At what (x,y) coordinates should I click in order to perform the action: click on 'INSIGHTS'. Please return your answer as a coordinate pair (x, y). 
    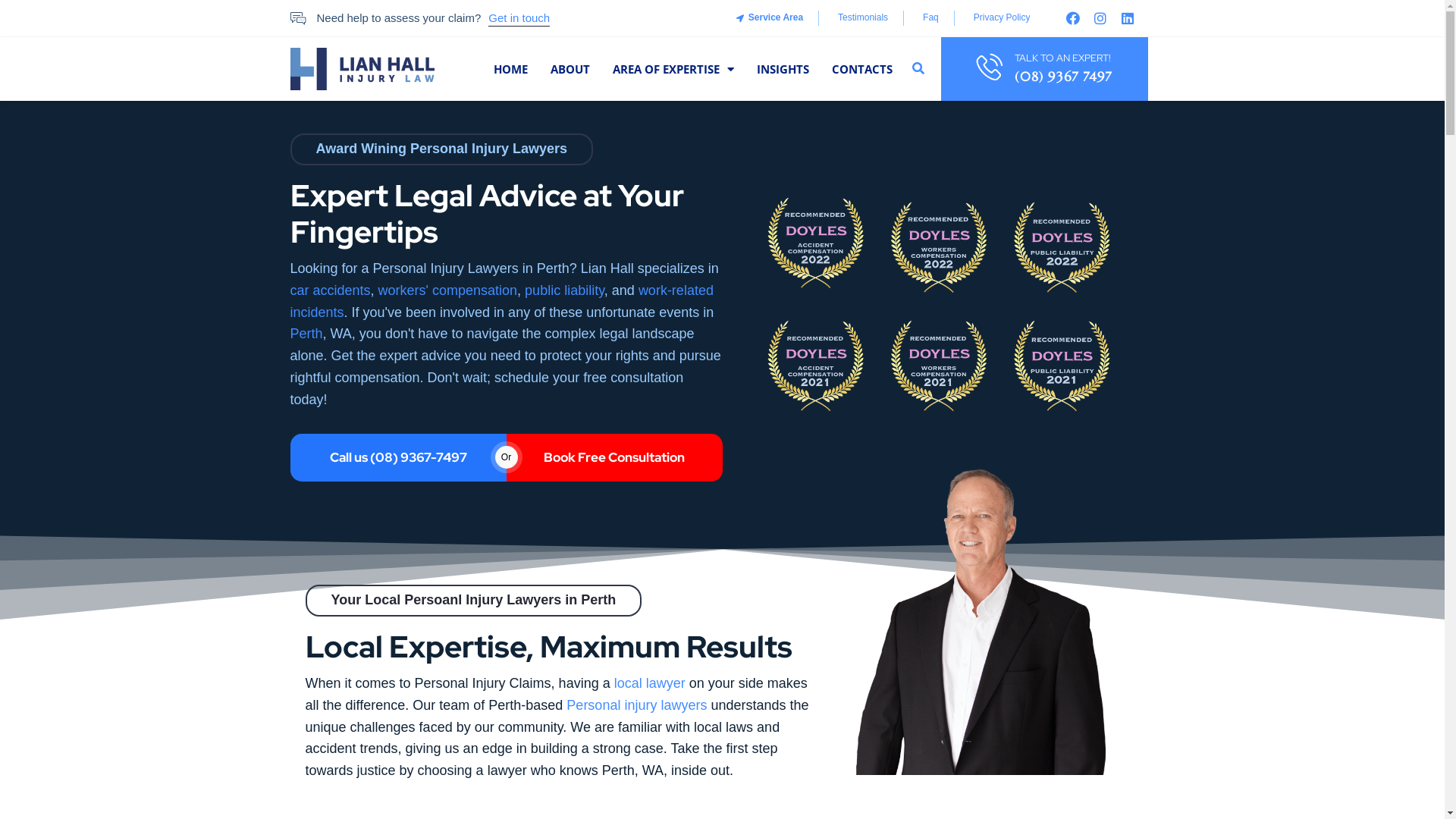
    Looking at the image, I should click on (757, 69).